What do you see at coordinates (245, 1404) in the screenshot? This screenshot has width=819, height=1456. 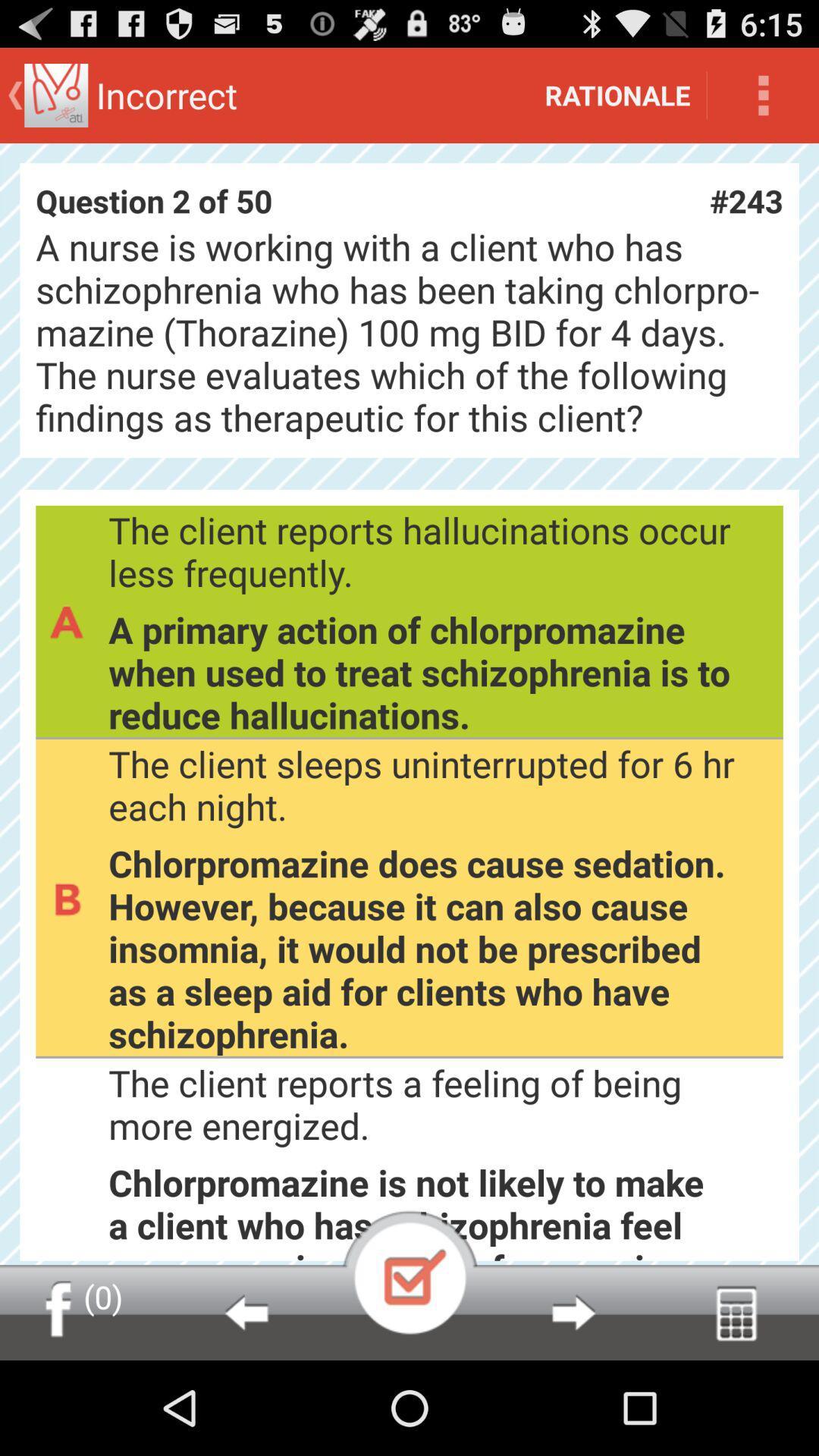 I see `the arrow_backward icon` at bounding box center [245, 1404].